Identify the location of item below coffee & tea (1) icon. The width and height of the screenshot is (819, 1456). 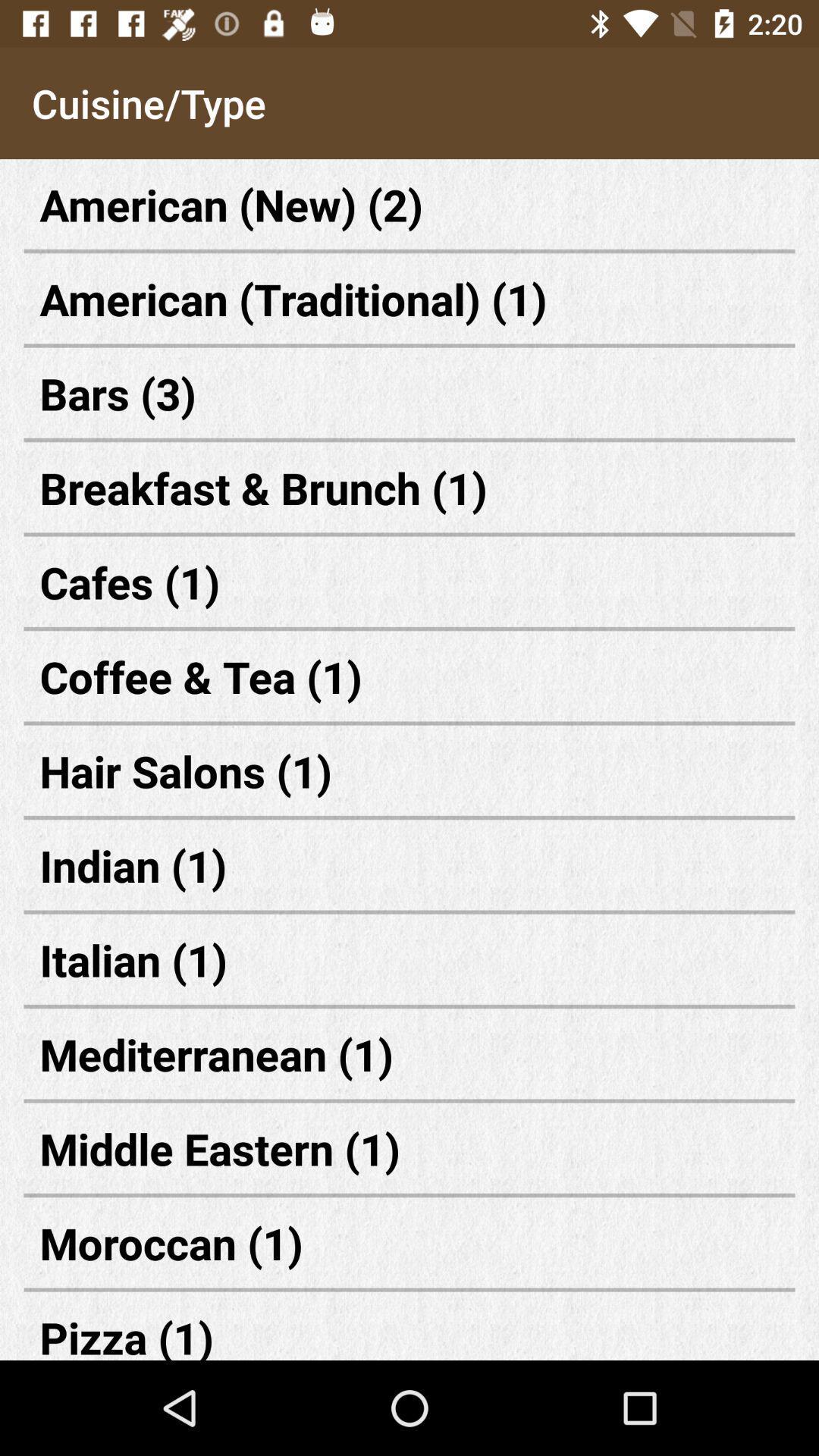
(409, 770).